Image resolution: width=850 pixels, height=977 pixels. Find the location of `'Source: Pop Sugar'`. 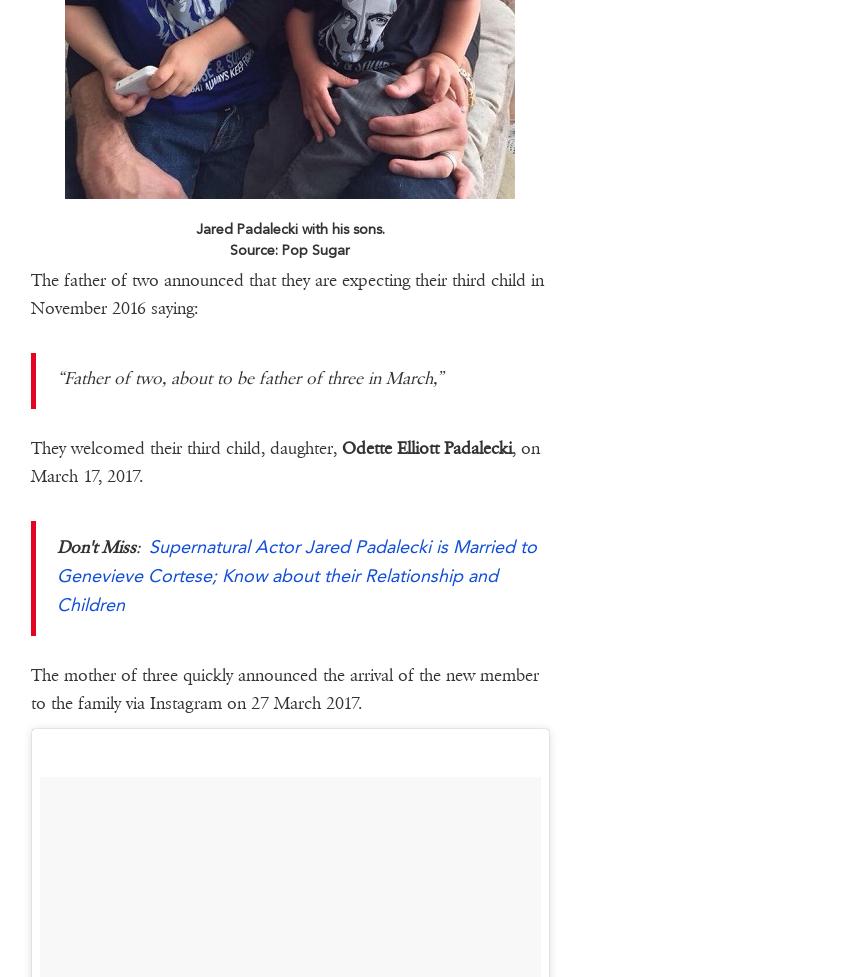

'Source: Pop Sugar' is located at coordinates (289, 248).